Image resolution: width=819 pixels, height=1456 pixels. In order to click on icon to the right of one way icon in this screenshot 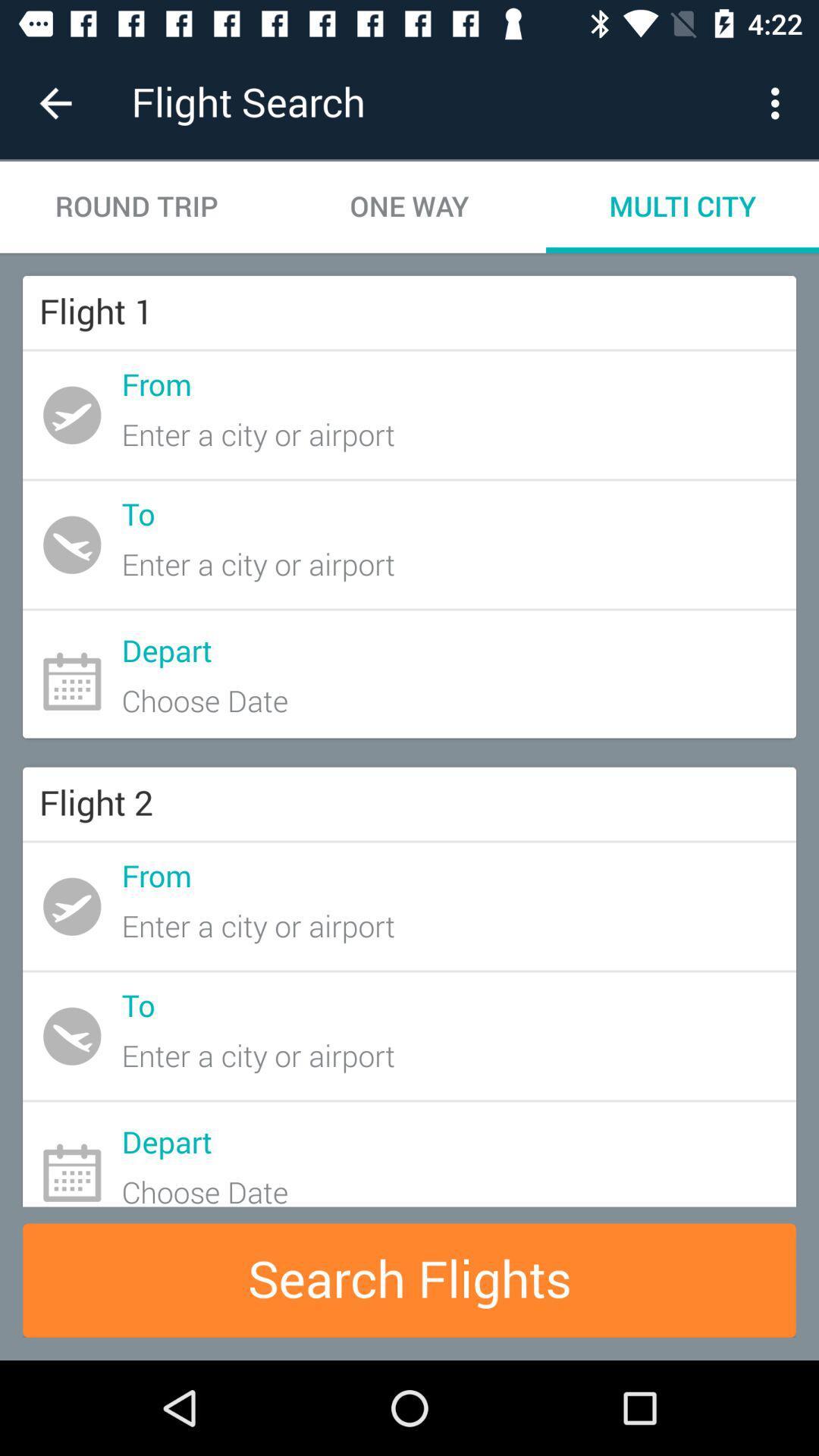, I will do `click(779, 102)`.